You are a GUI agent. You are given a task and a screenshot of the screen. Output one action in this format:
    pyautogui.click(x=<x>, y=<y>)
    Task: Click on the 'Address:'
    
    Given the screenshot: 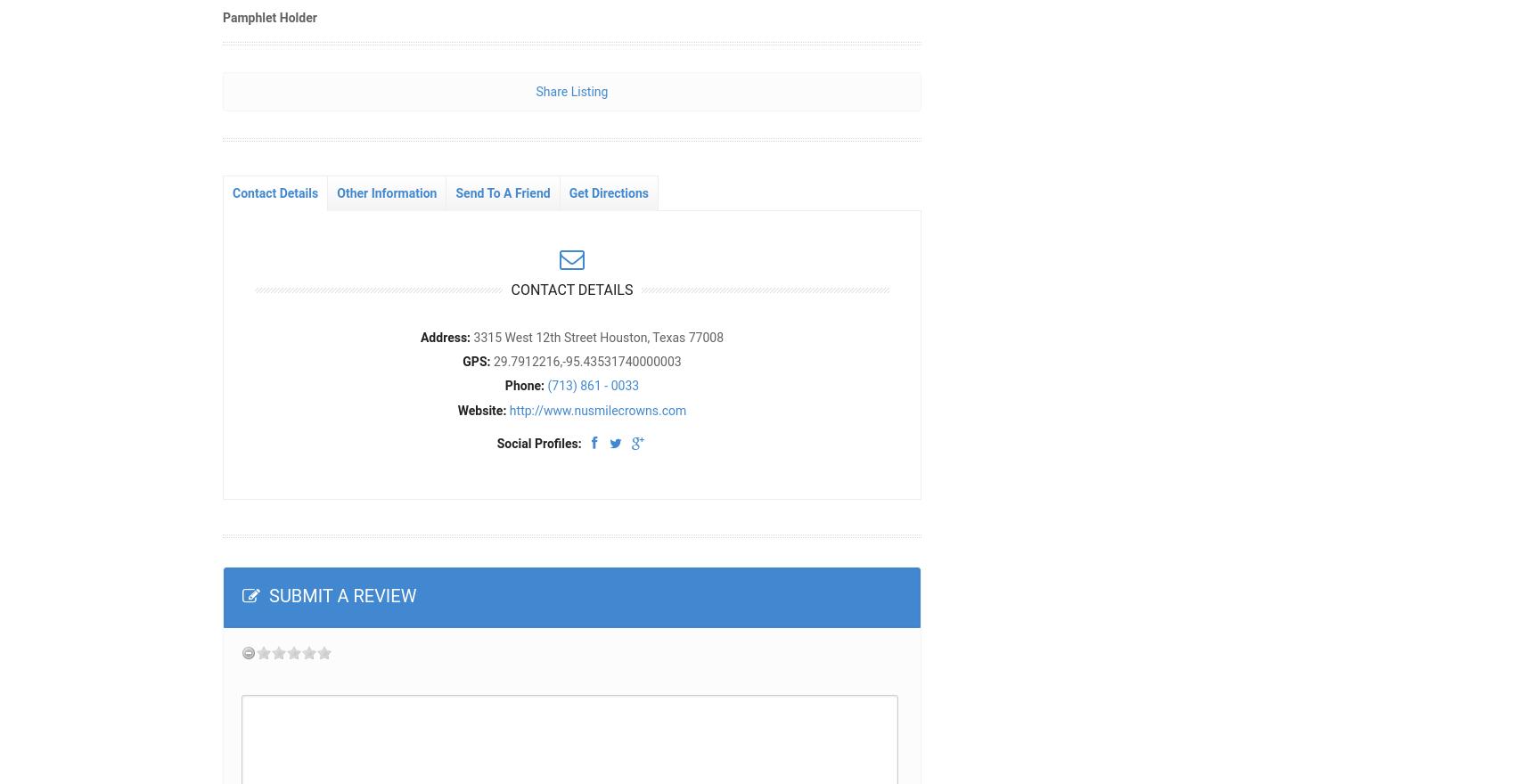 What is the action you would take?
    pyautogui.click(x=445, y=335)
    